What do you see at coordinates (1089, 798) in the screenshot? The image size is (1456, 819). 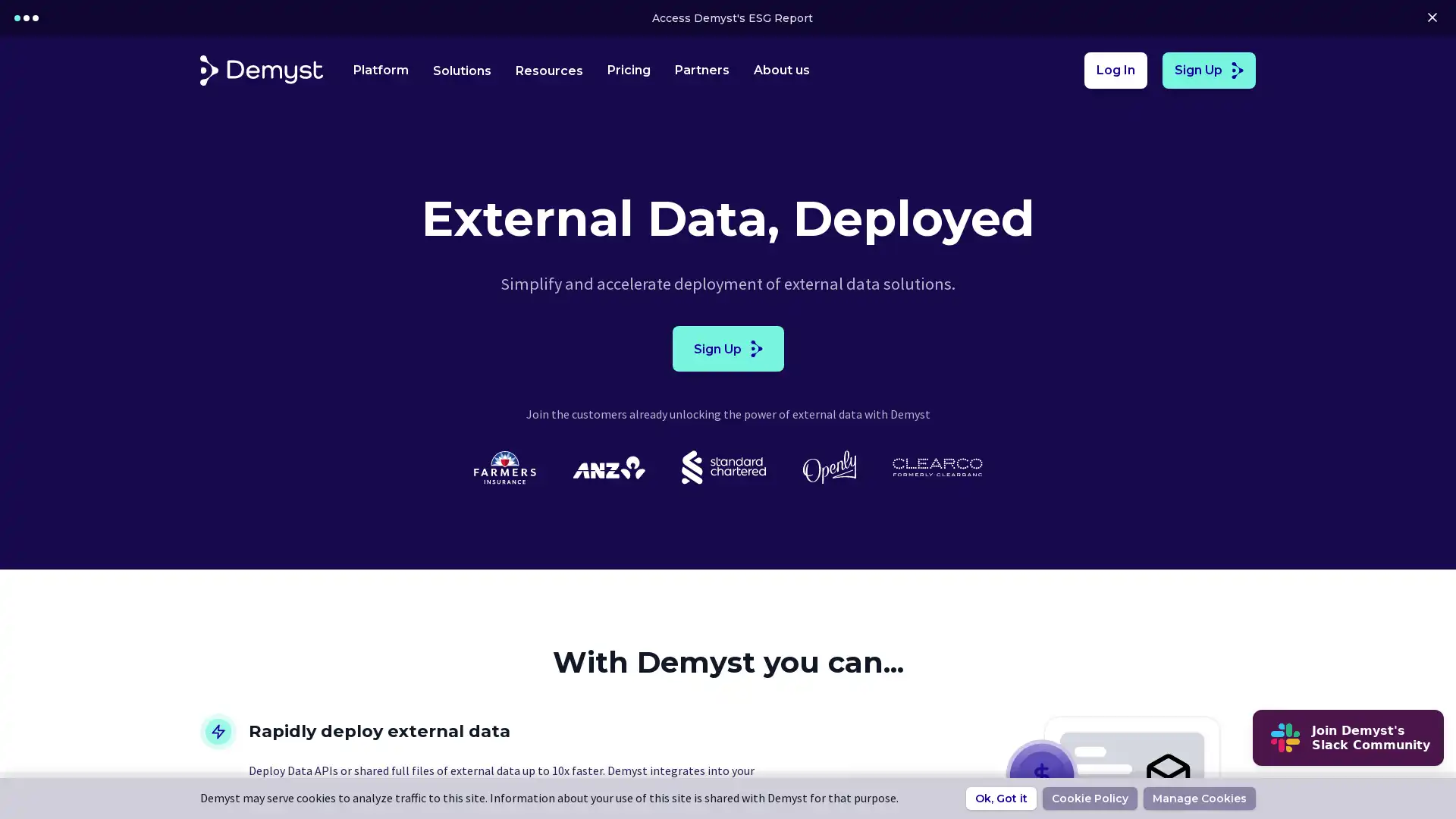 I see `Cookie Policy` at bounding box center [1089, 798].